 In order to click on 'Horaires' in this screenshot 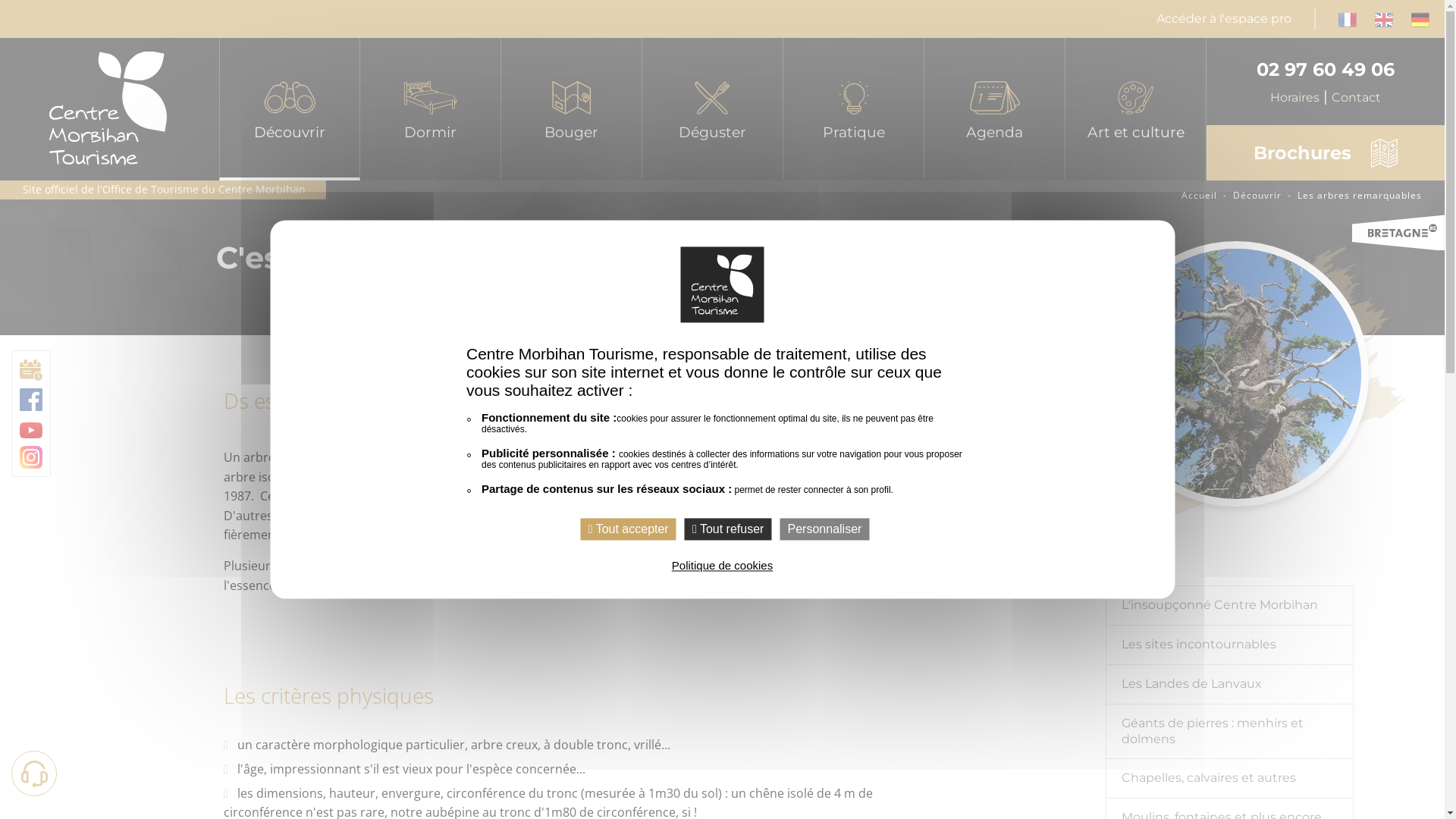, I will do `click(1300, 97)`.